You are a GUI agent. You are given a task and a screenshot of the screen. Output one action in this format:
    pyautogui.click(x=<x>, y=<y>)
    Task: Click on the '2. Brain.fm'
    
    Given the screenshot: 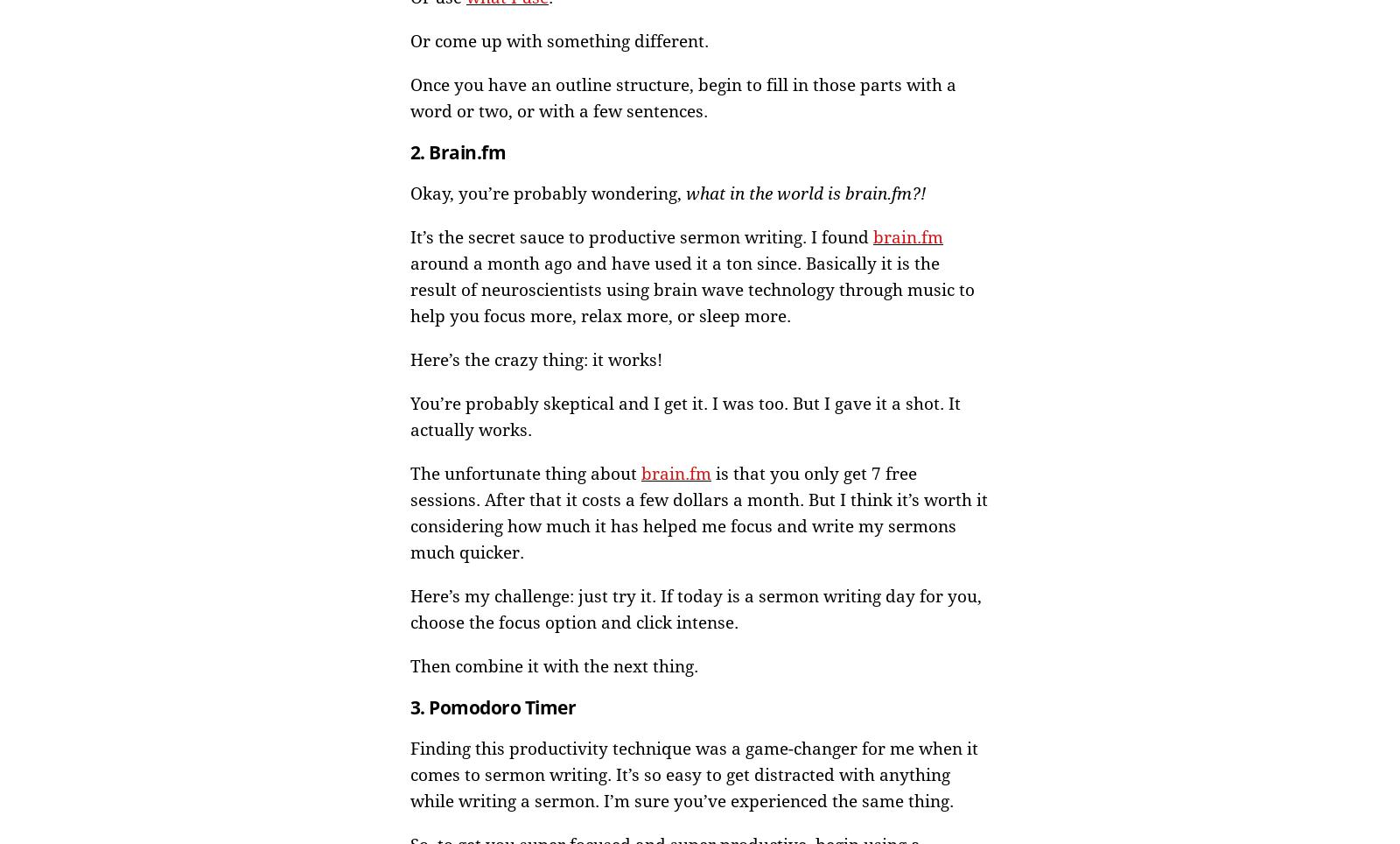 What is the action you would take?
    pyautogui.click(x=409, y=151)
    